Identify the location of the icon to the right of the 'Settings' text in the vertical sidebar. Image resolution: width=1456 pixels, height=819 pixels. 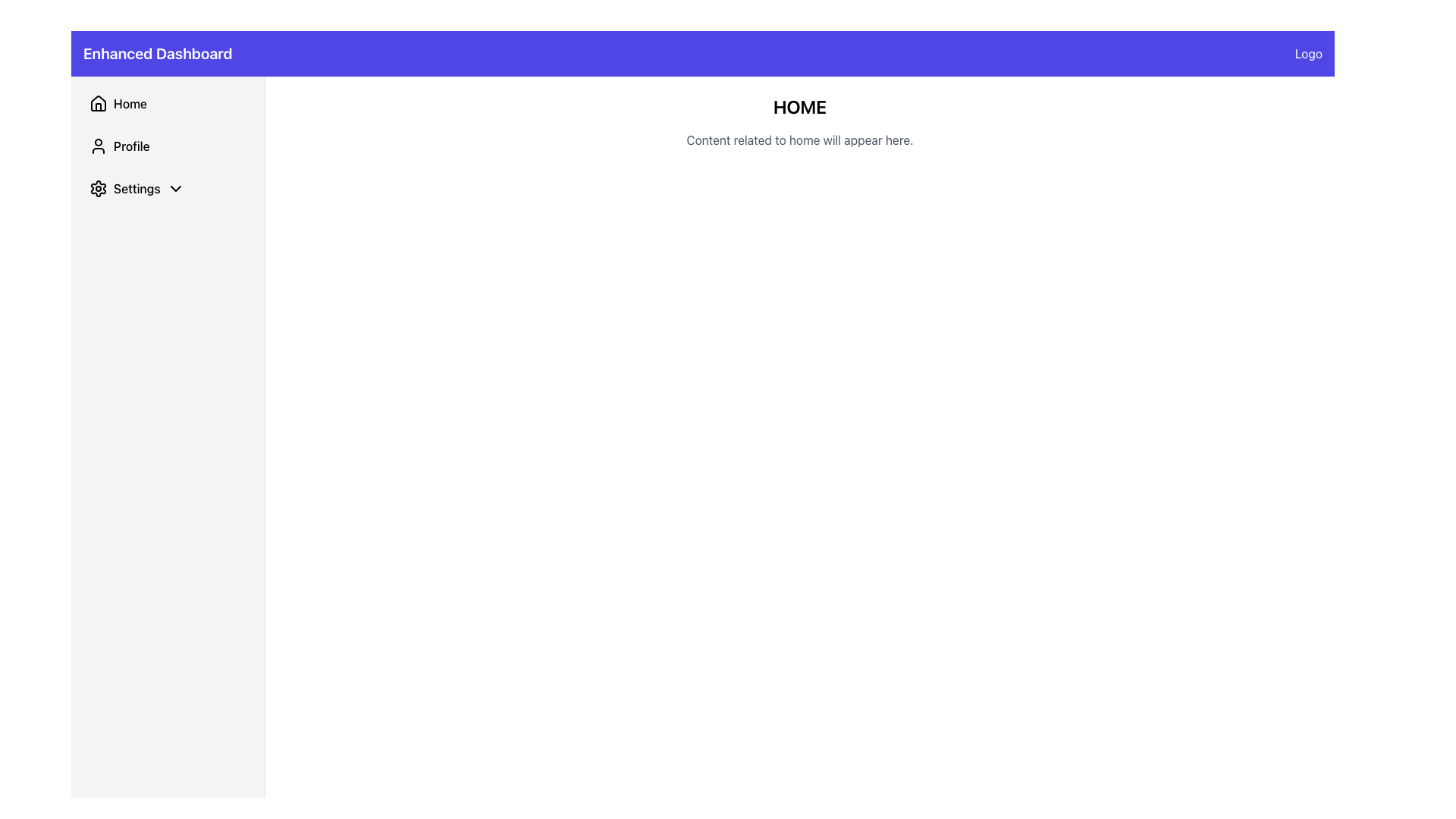
(175, 188).